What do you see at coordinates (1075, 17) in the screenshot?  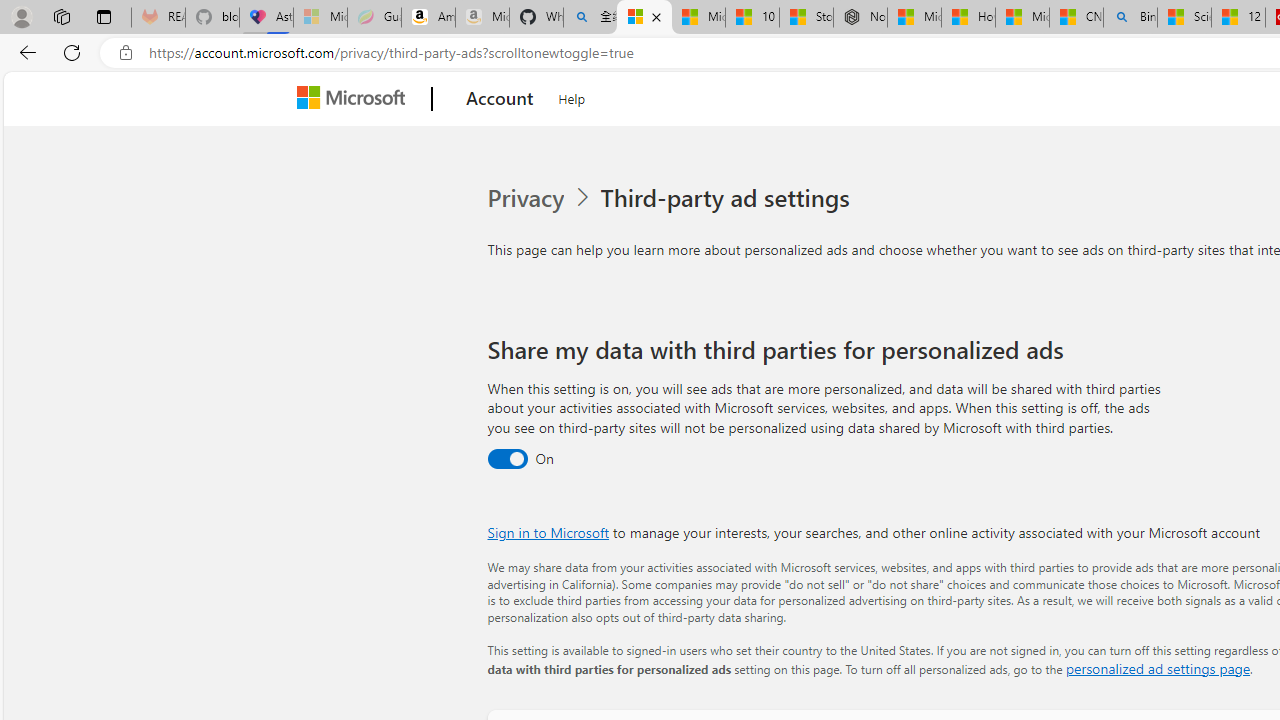 I see `'CNN - MSN'` at bounding box center [1075, 17].